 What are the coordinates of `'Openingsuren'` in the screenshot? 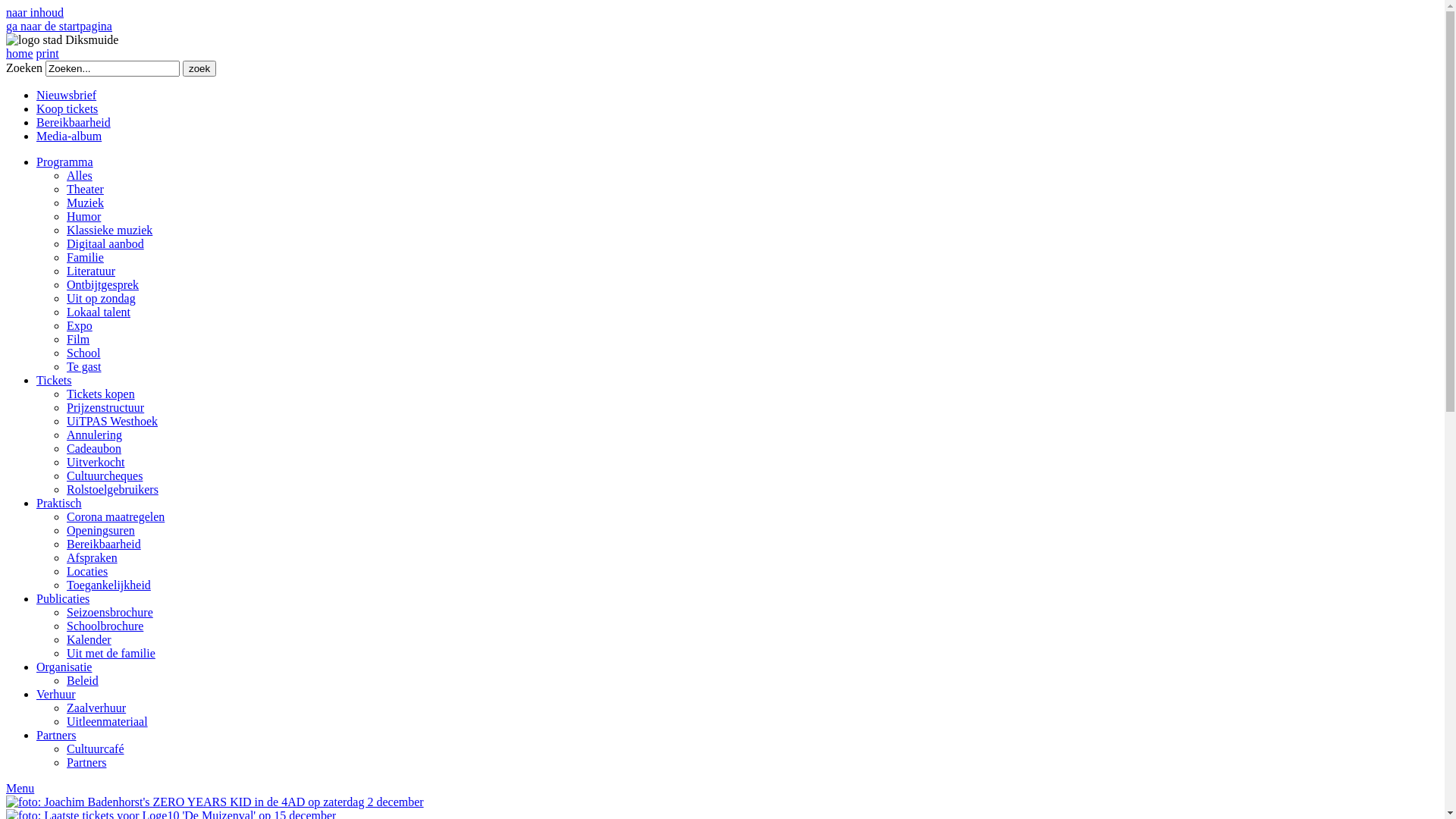 It's located at (100, 529).